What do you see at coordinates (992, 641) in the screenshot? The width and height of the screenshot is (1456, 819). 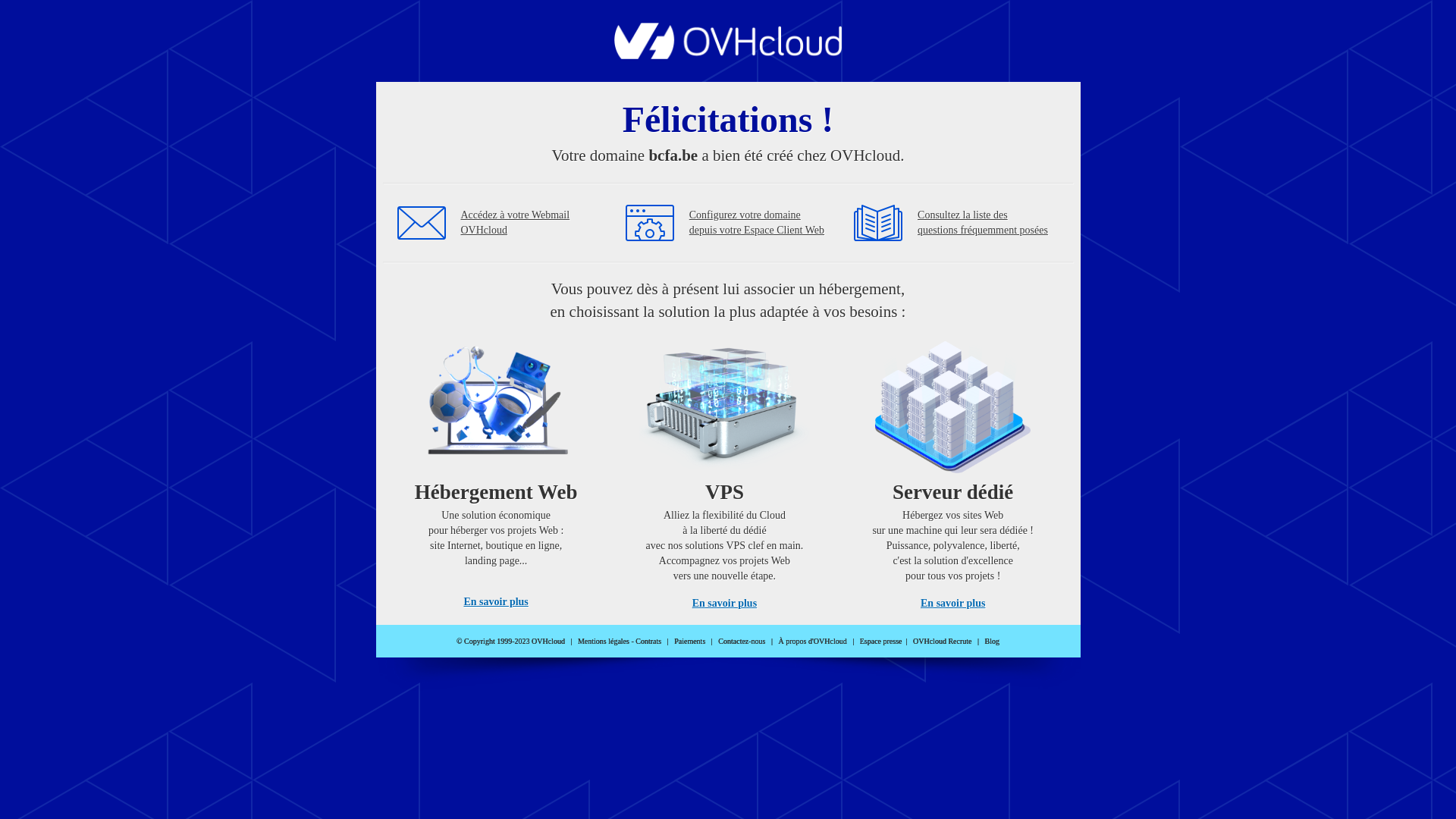 I see `'Blog'` at bounding box center [992, 641].